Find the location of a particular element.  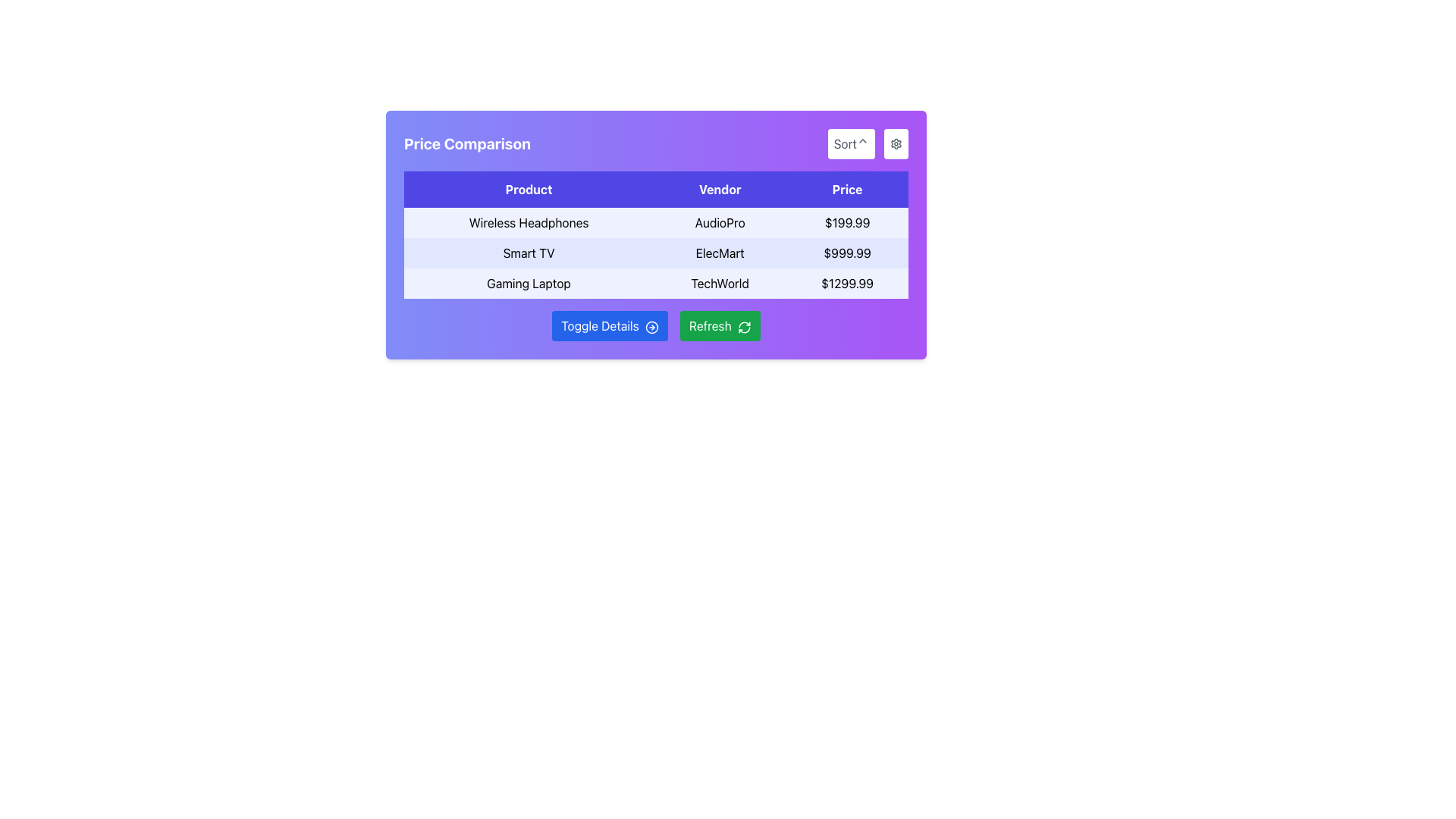

the 'Vendor' text label, which is the second header in a row of three headers on a blue background, located near the top of the table under the 'Price Comparison' title is located at coordinates (719, 189).